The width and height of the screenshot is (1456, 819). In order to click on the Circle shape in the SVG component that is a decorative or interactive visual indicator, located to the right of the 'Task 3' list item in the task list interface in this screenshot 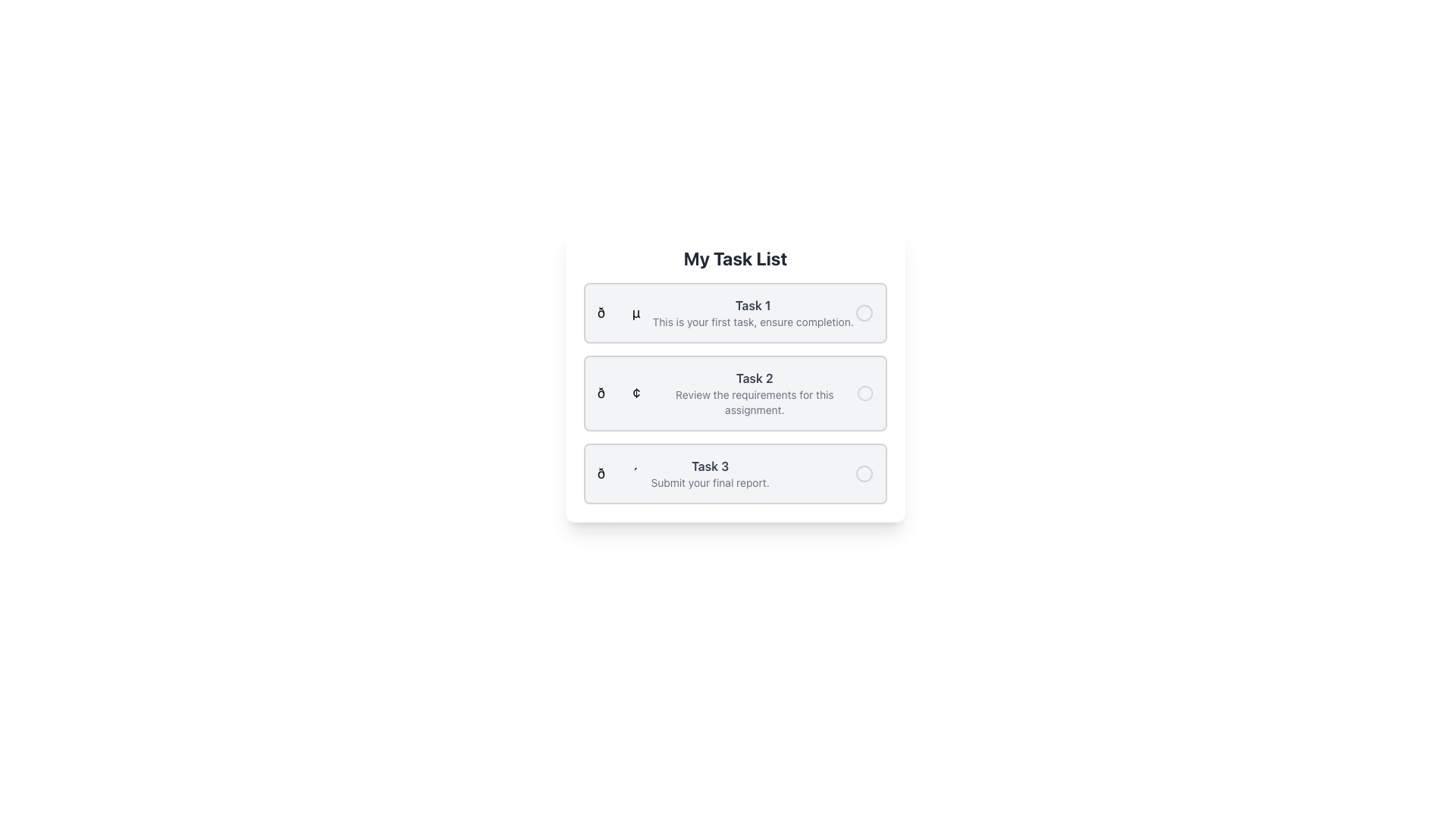, I will do `click(864, 472)`.